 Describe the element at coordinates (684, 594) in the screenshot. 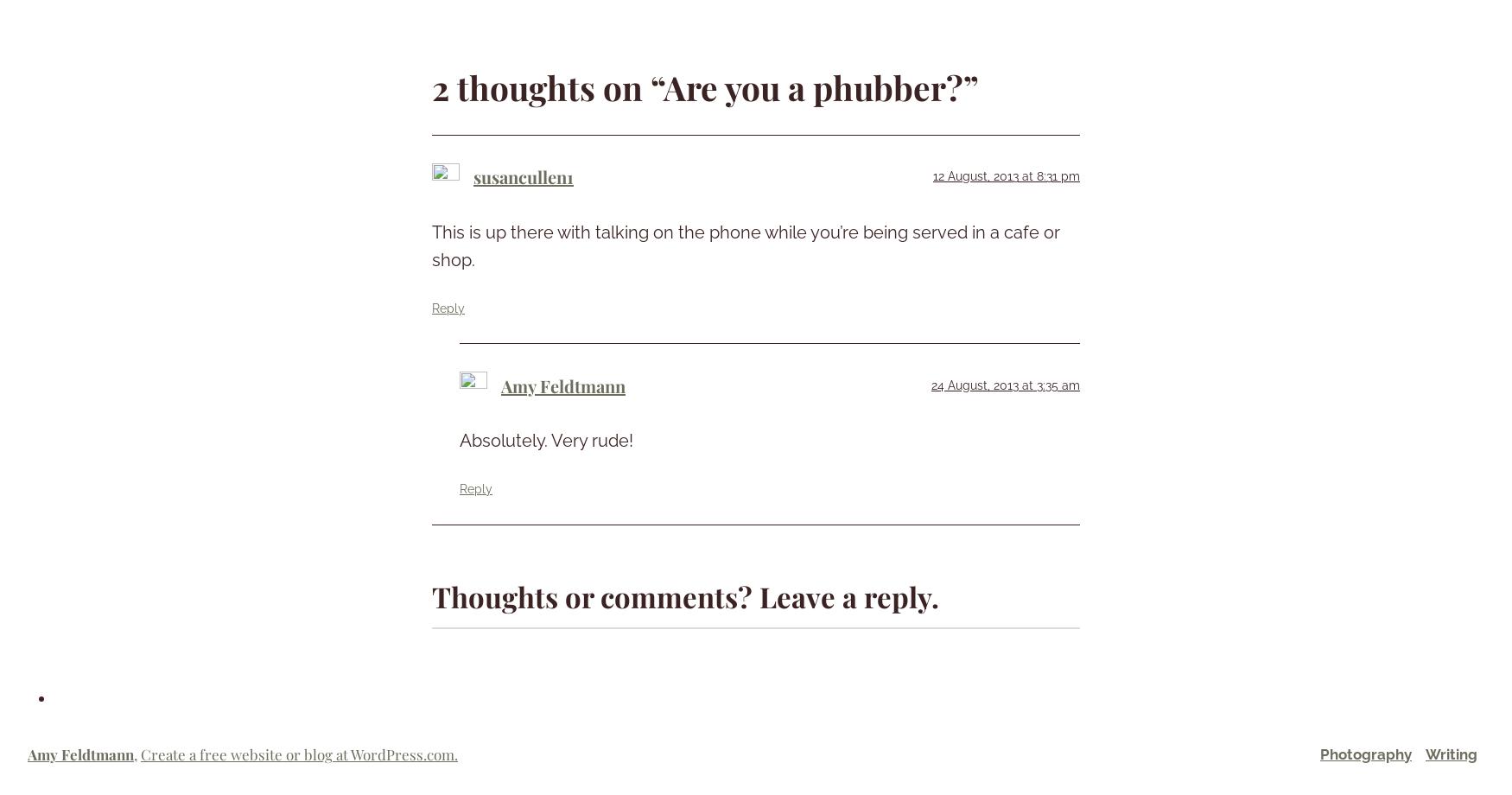

I see `'Thoughts or comments? Leave a reply.'` at that location.